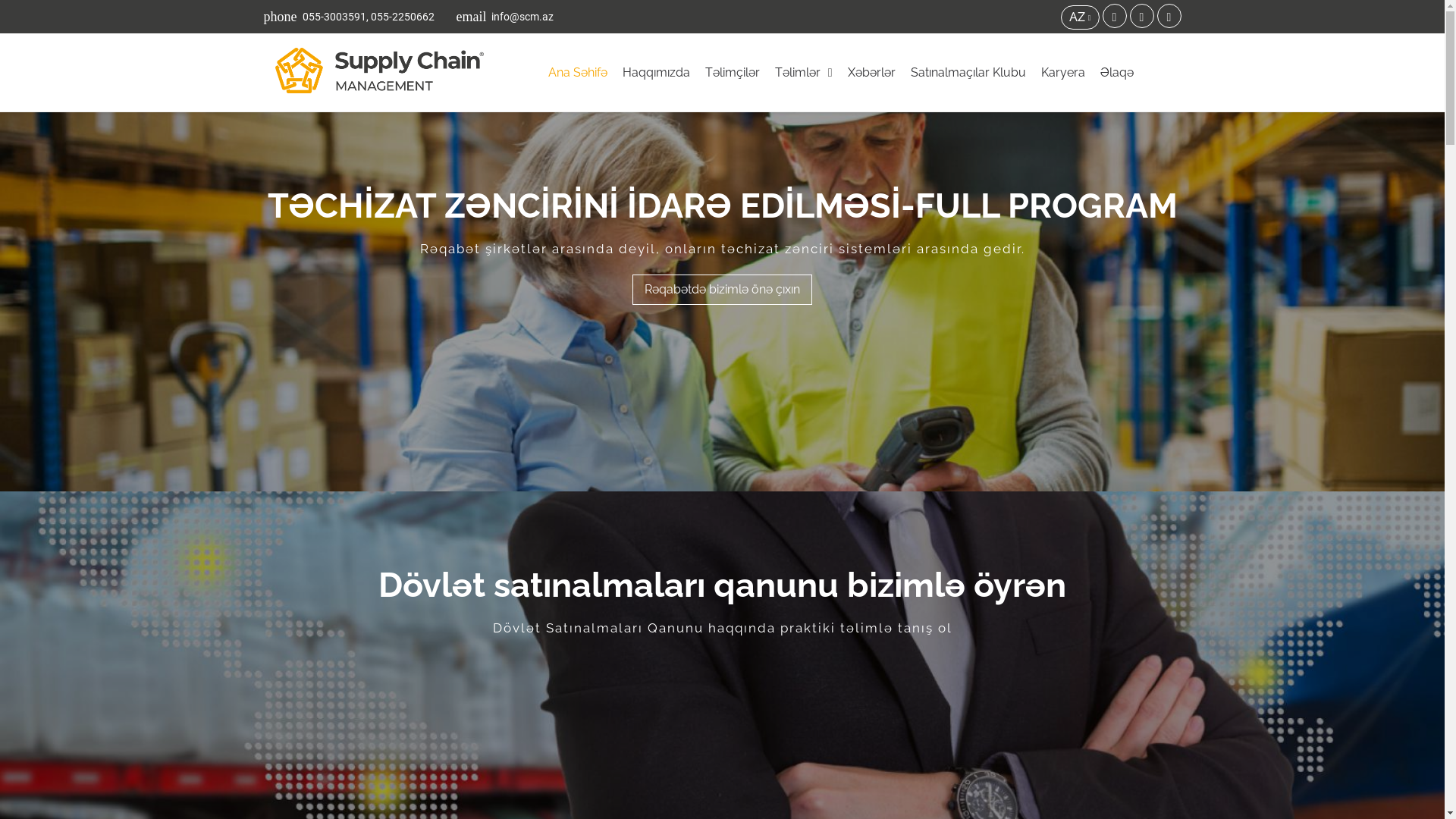 This screenshot has width=1456, height=819. Describe the element at coordinates (1142, 15) in the screenshot. I see `'Linked'` at that location.